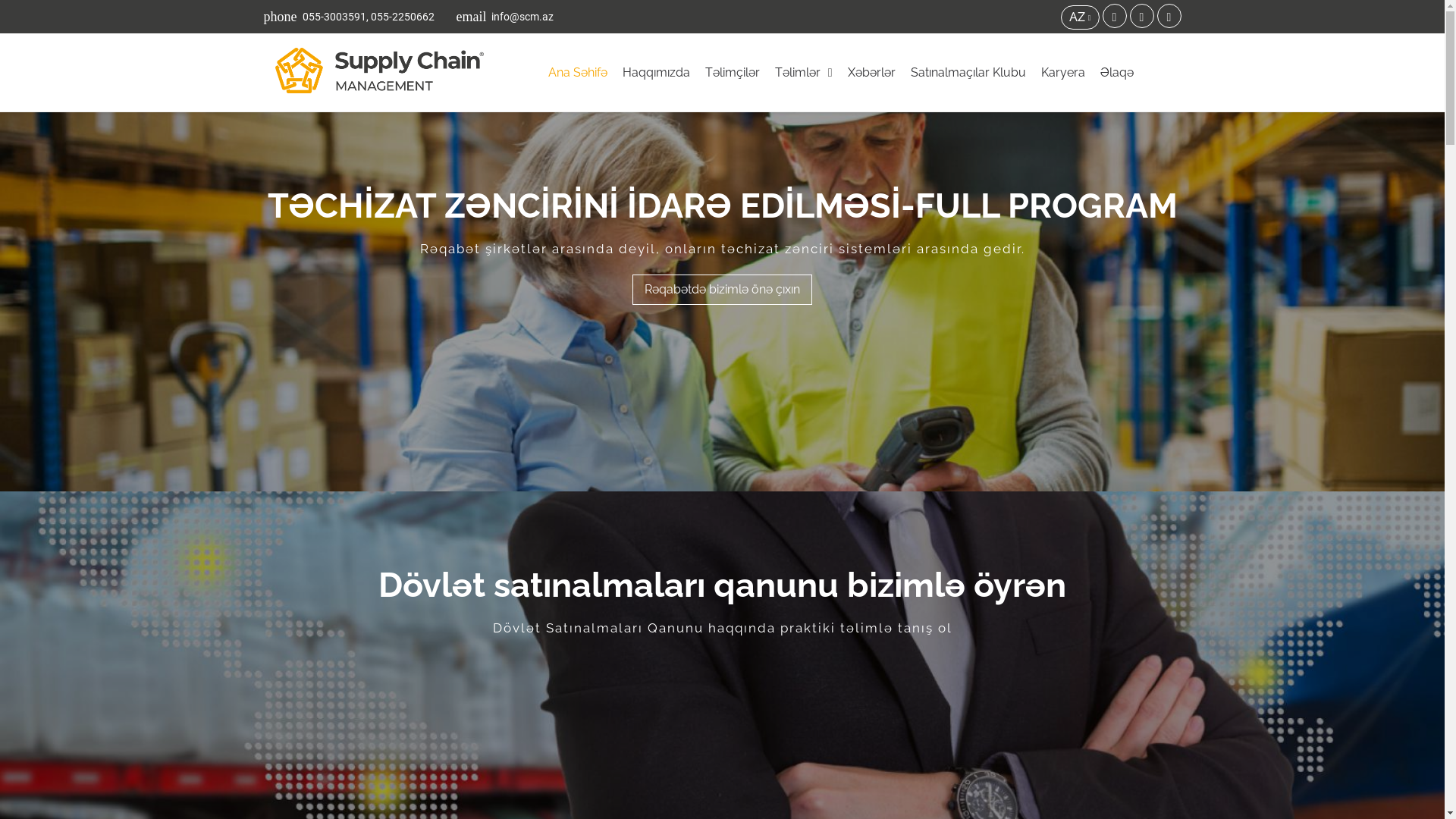 This screenshot has width=1456, height=819. Describe the element at coordinates (1142, 15) in the screenshot. I see `'Linked'` at that location.